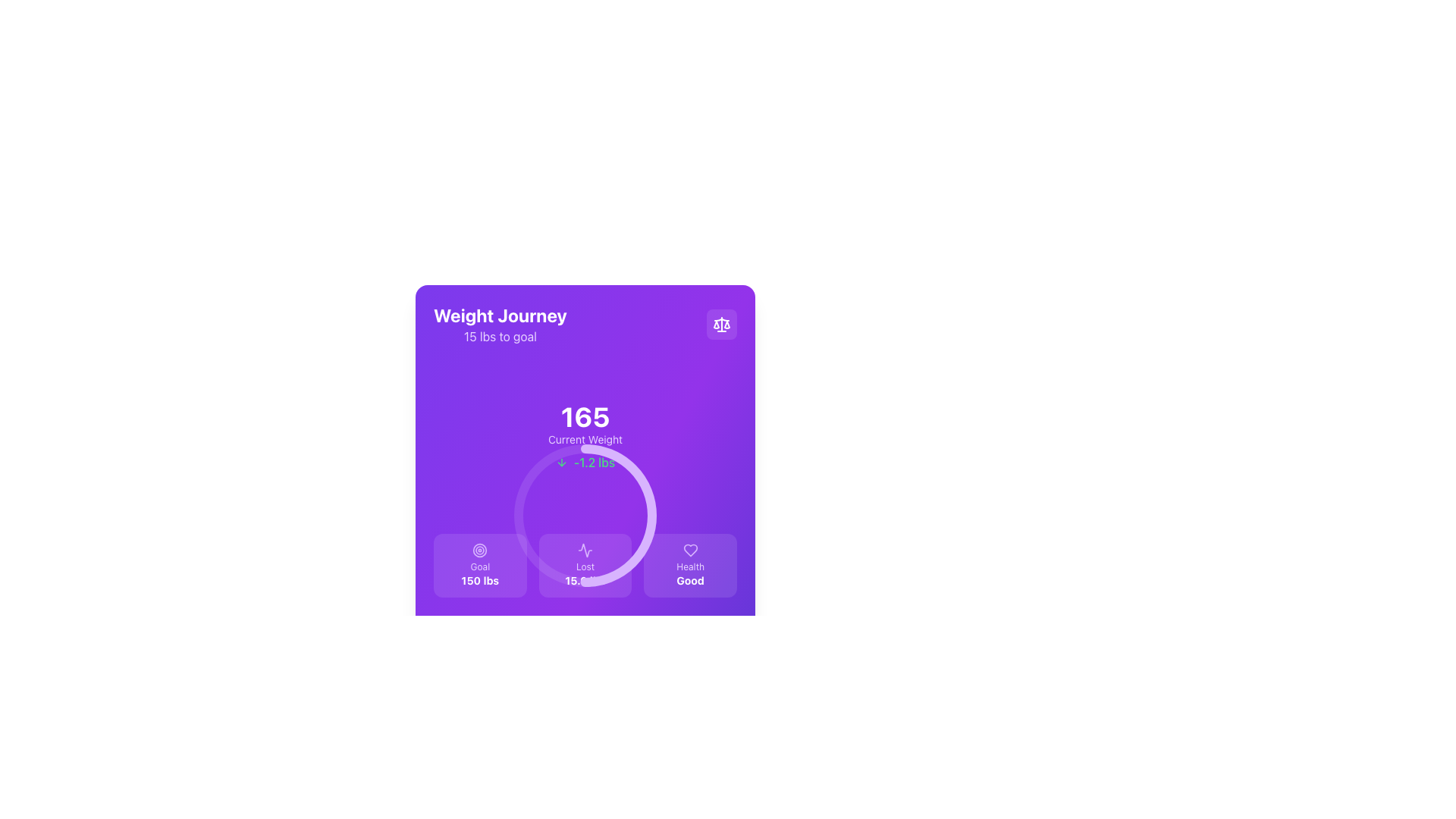 The image size is (1456, 819). Describe the element at coordinates (585, 514) in the screenshot. I see `the circular visual indicator representing progress or metric related to weight goals, located beneath the title '165' and above the buttons labeled 'Goal 150 lbs,' 'Lost 15 lbs,' and 'Health Good.'` at that location.